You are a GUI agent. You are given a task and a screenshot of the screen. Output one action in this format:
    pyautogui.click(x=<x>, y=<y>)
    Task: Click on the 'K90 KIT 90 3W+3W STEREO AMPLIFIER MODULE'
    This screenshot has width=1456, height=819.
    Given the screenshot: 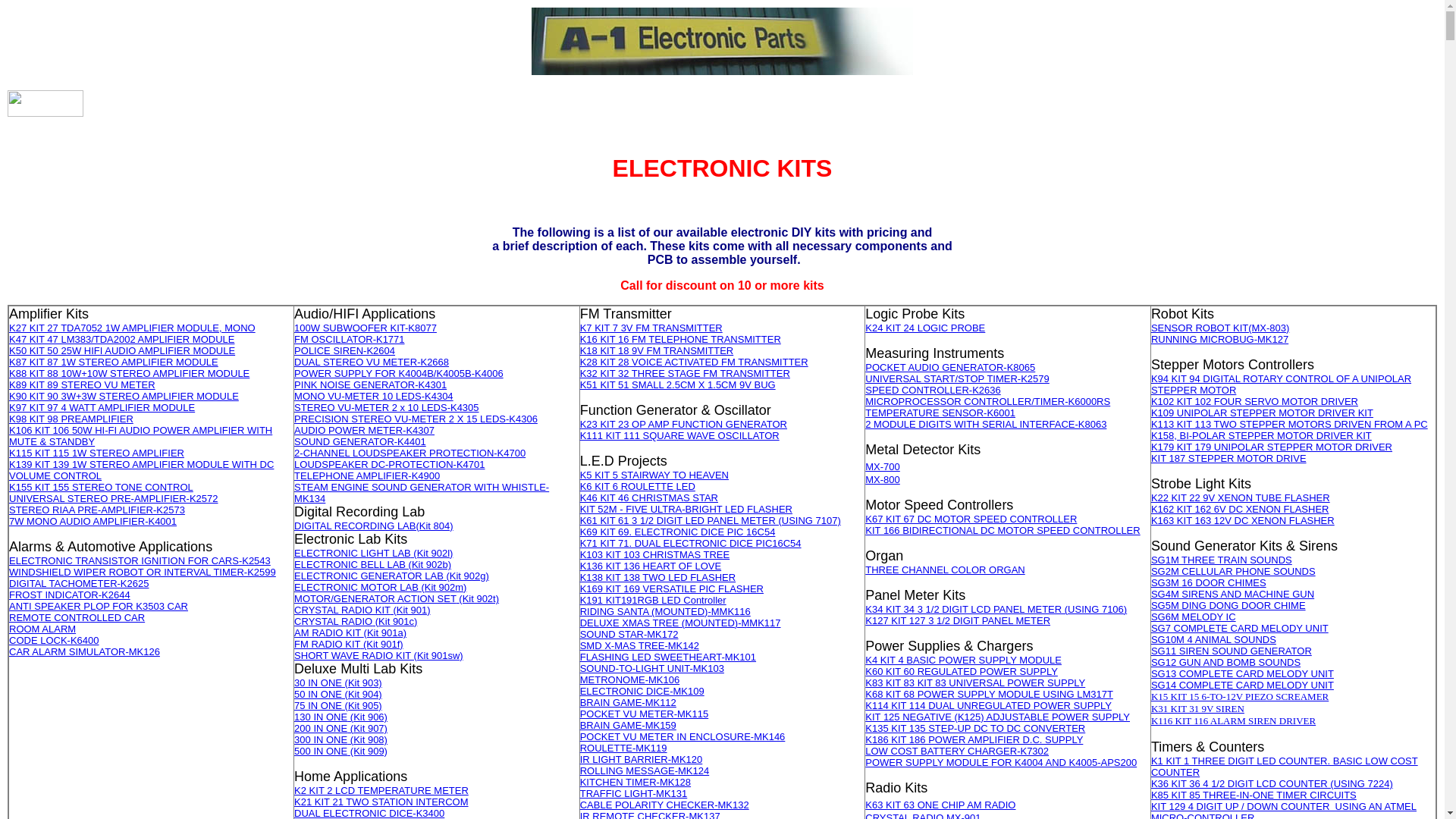 What is the action you would take?
    pyautogui.click(x=124, y=395)
    